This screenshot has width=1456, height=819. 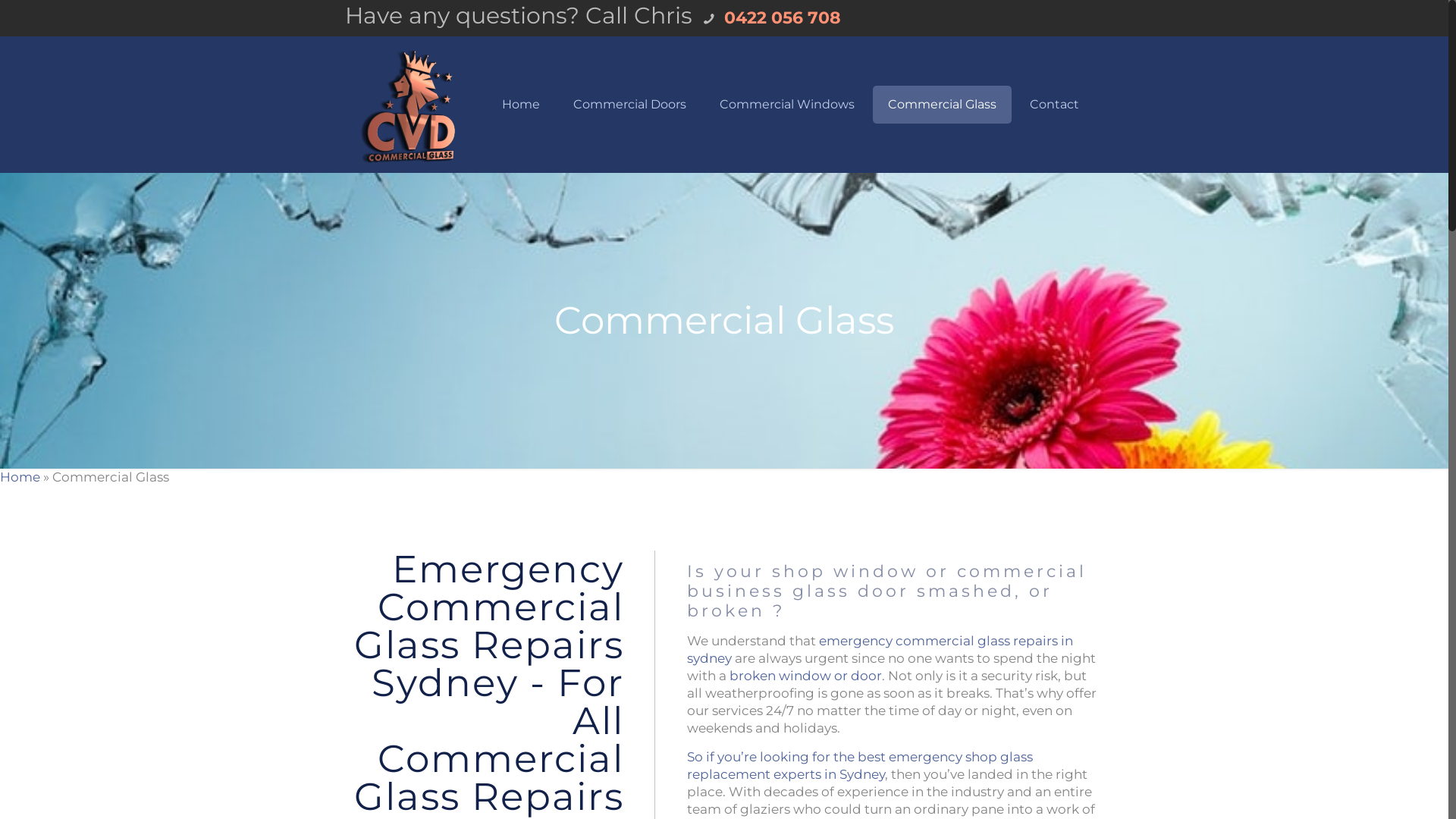 What do you see at coordinates (786, 104) in the screenshot?
I see `'Commercial Windows'` at bounding box center [786, 104].